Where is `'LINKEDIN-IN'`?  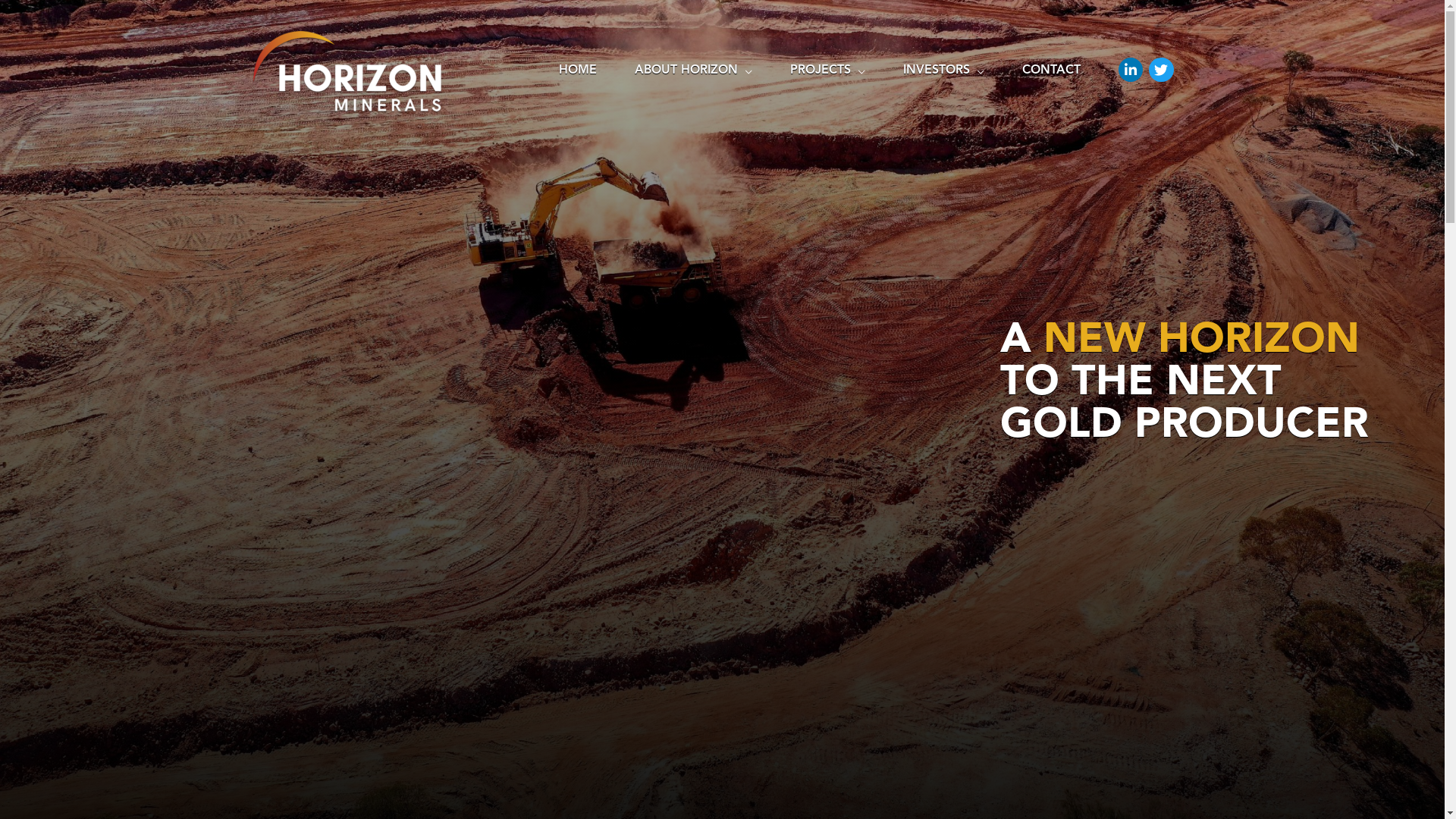 'LINKEDIN-IN' is located at coordinates (1131, 70).